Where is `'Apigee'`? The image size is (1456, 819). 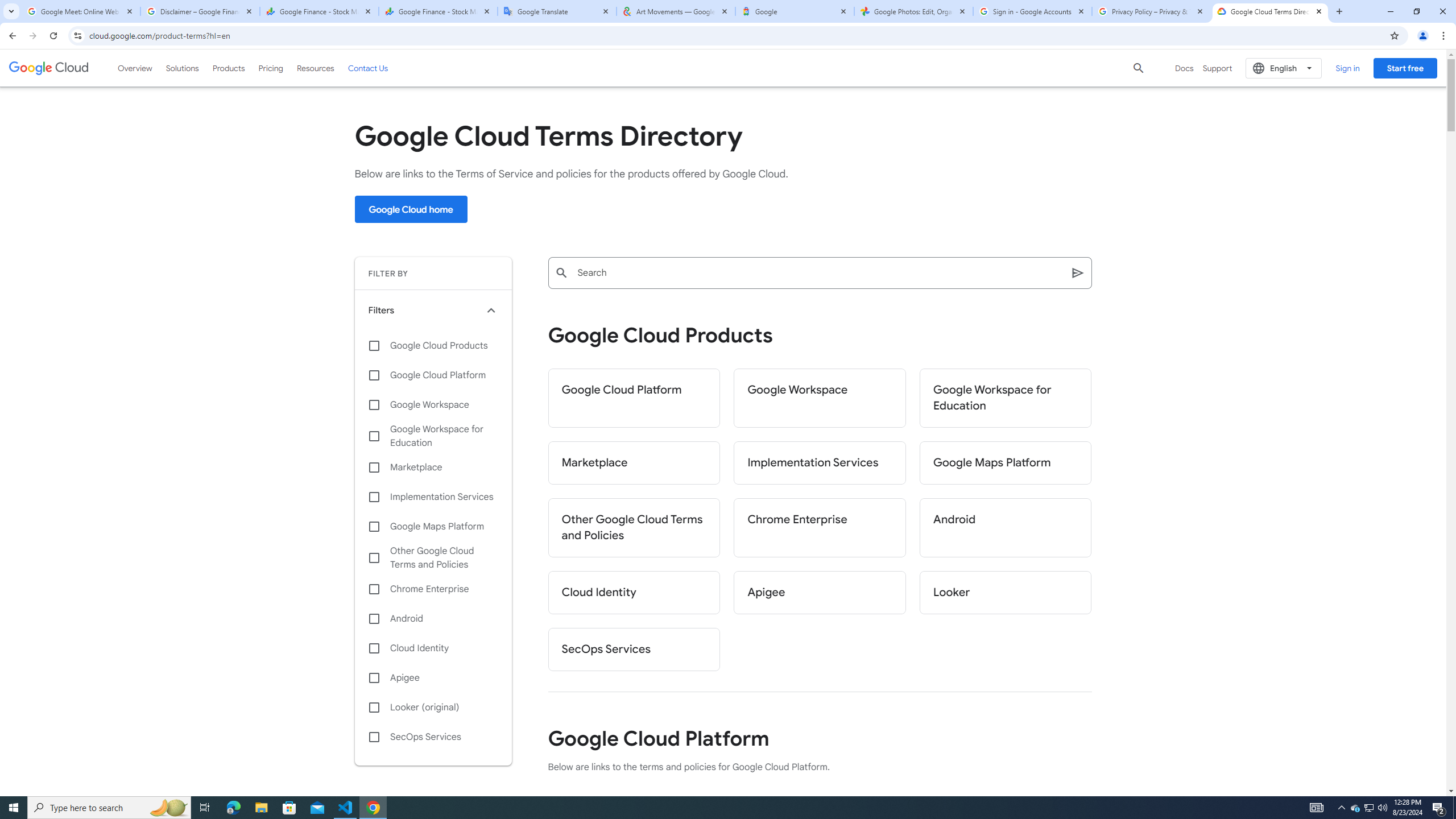 'Apigee' is located at coordinates (819, 592).